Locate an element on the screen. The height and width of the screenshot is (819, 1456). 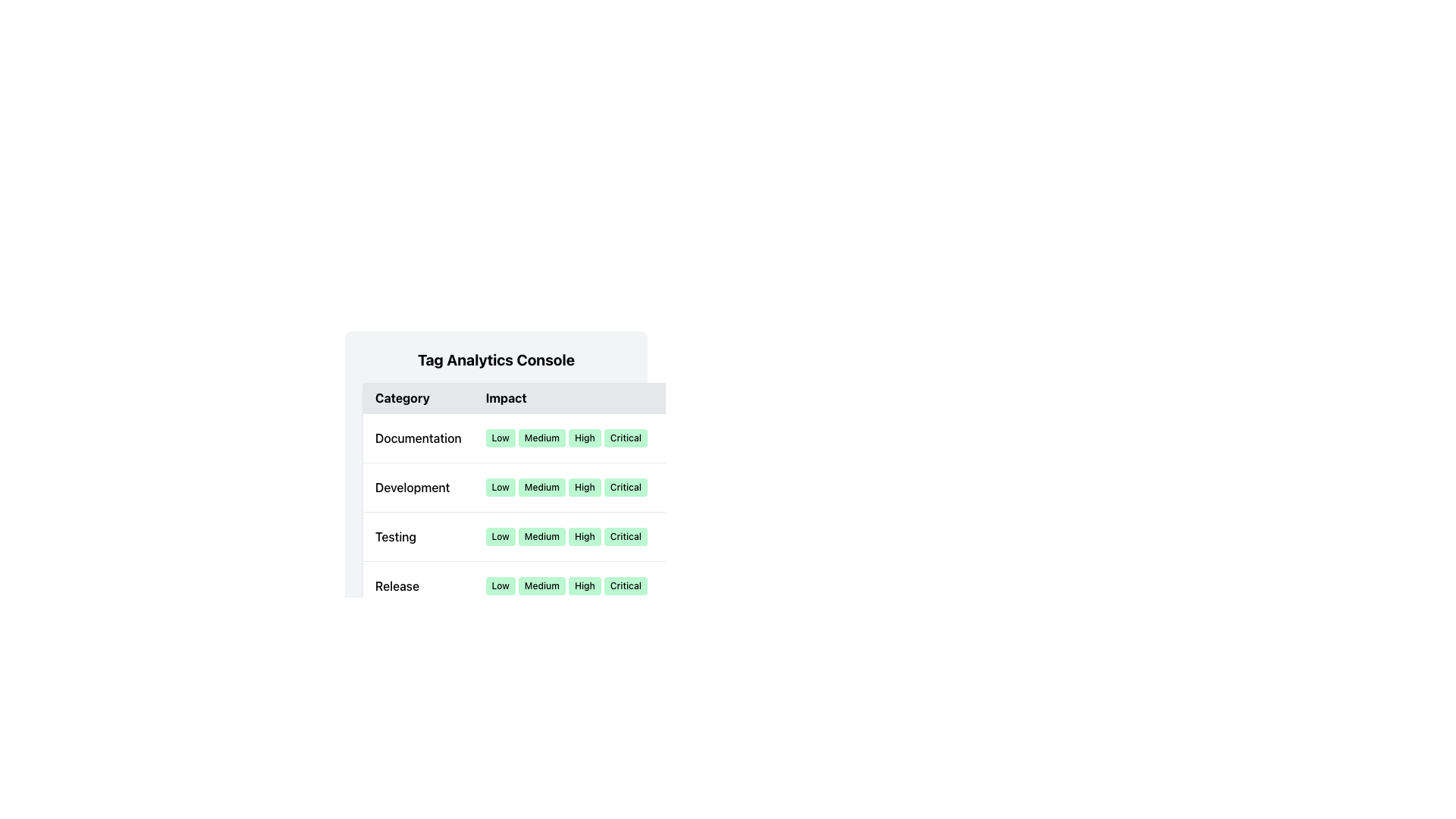
the text label displaying 'Development' located under the 'Category' header in the second row of the table layout is located at coordinates (418, 488).